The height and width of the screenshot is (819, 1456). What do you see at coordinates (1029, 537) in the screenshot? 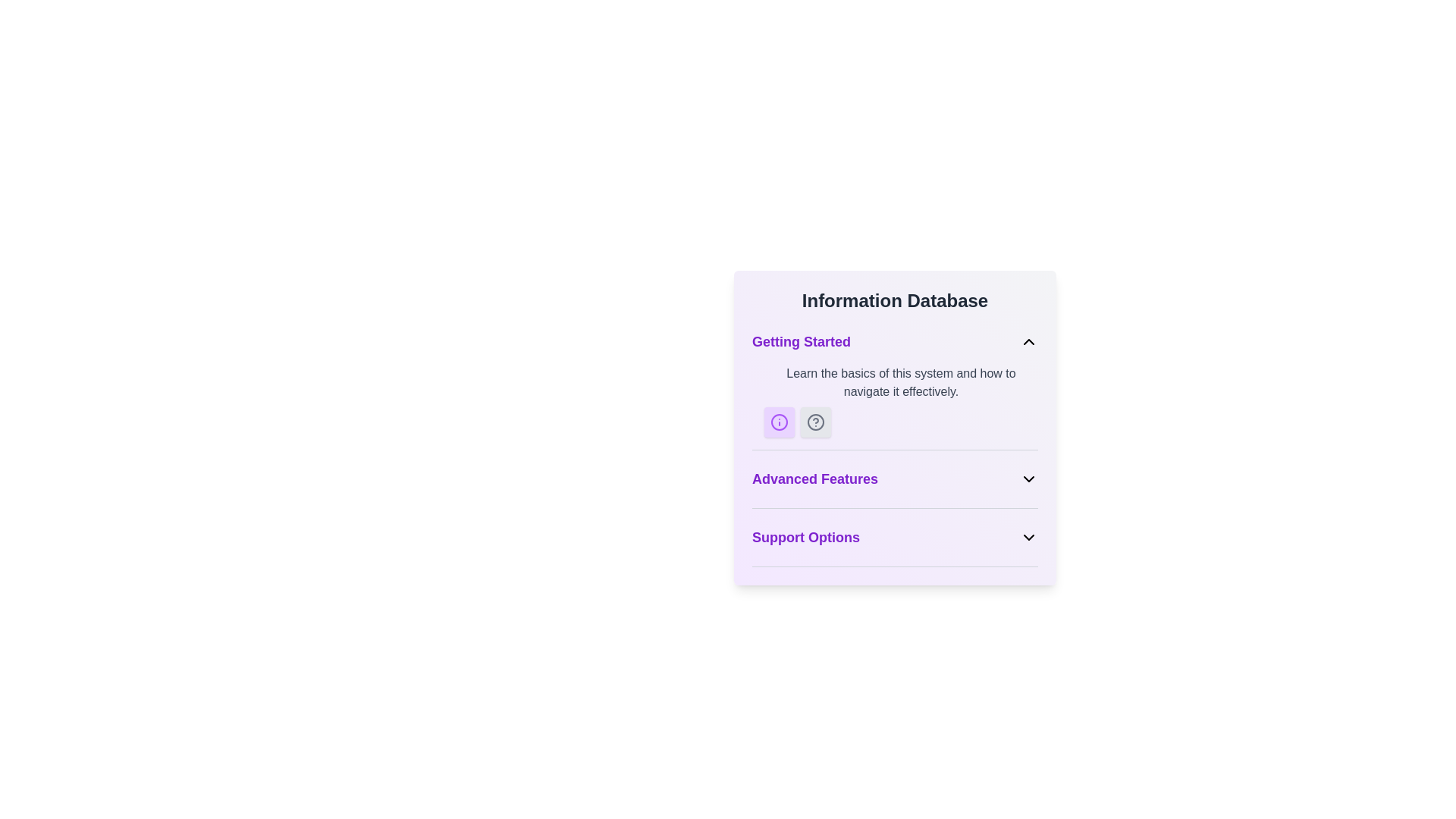
I see `the downward-pointing chevron icon located at the far right of the 'Support Options' section header` at bounding box center [1029, 537].